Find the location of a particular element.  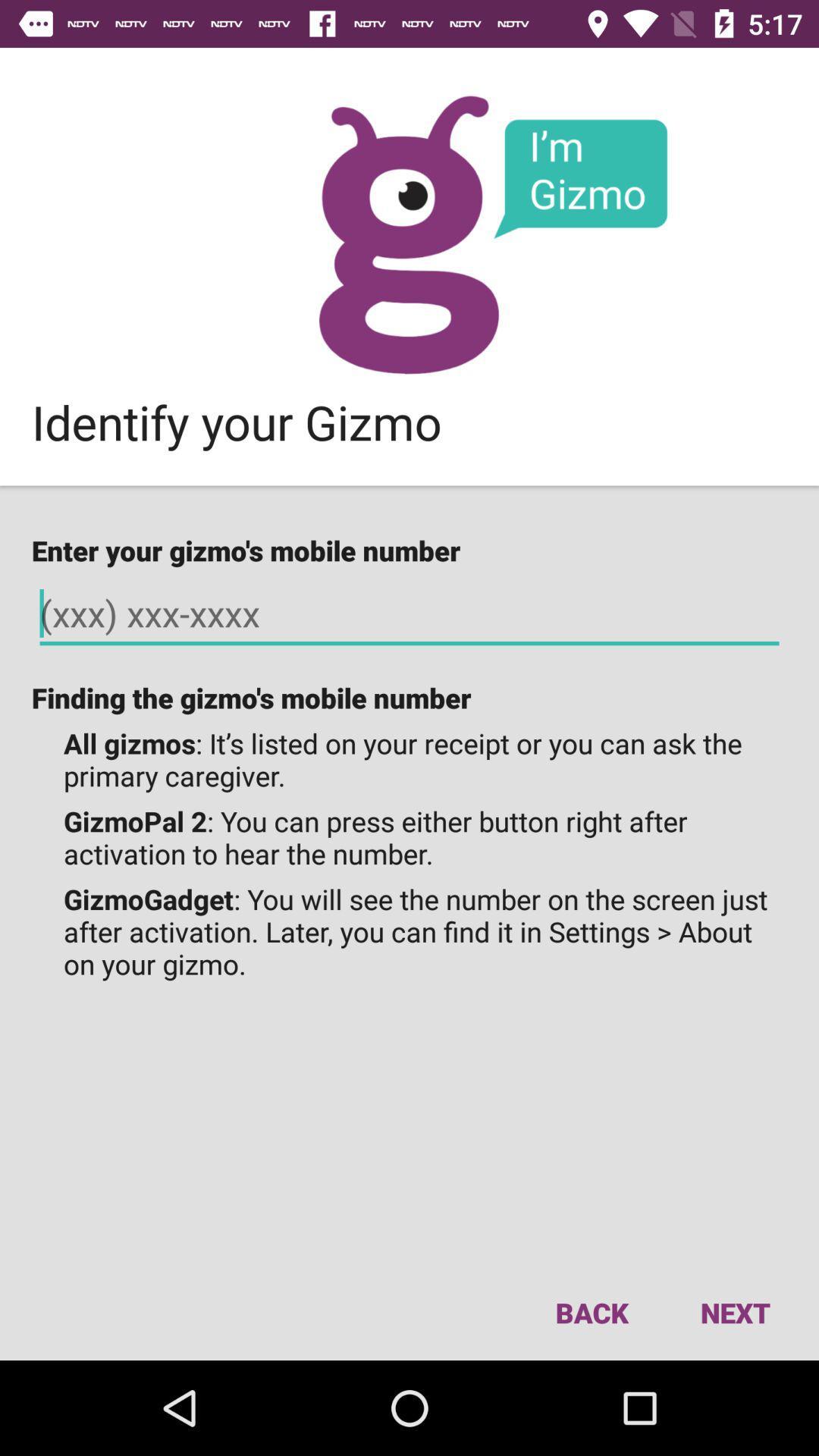

gizmo account is located at coordinates (408, 234).